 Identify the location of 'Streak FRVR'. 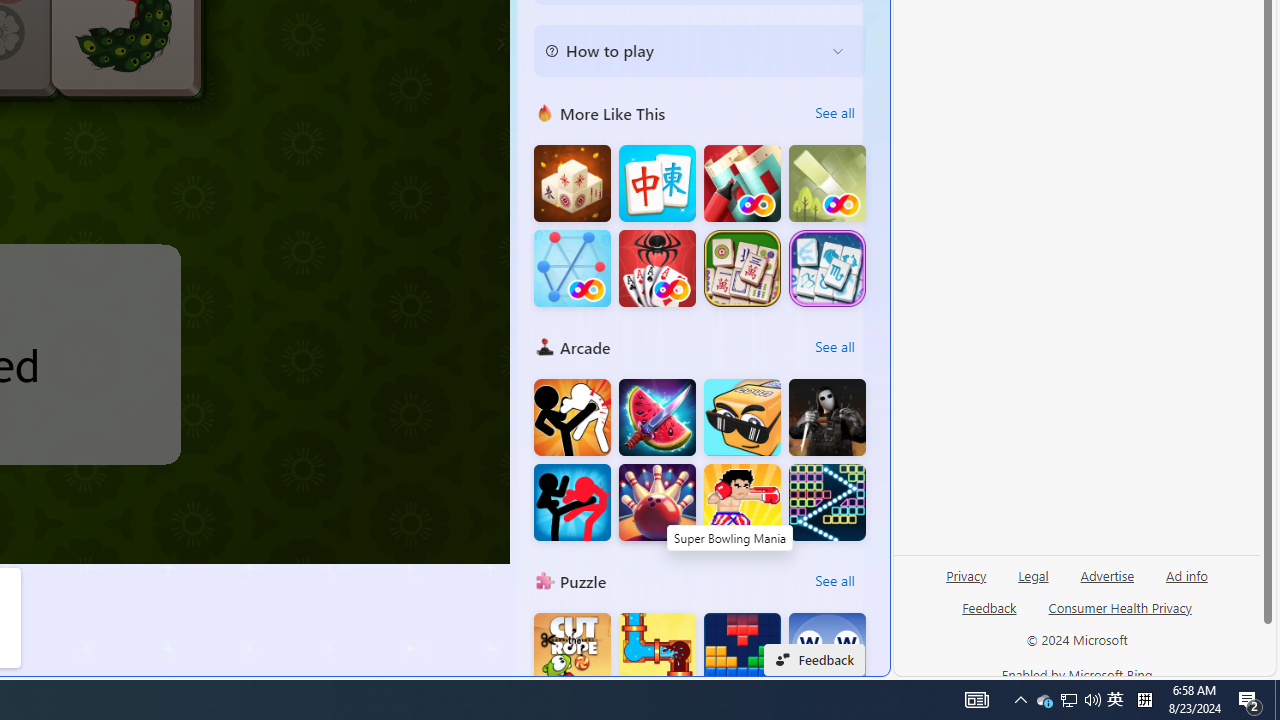
(571, 267).